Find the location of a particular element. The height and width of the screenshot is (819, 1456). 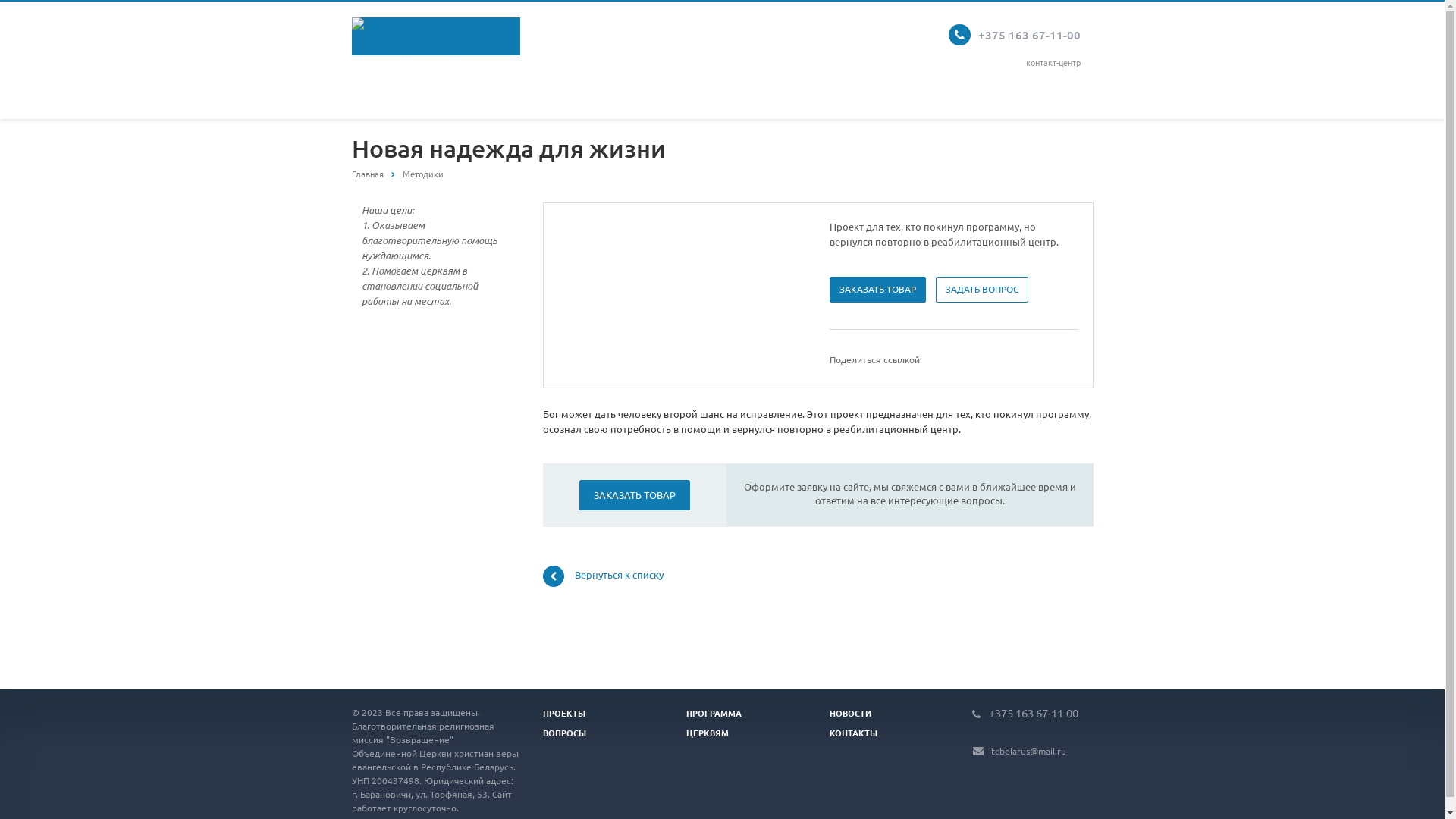

'+375 163 67-11-00' is located at coordinates (989, 711).